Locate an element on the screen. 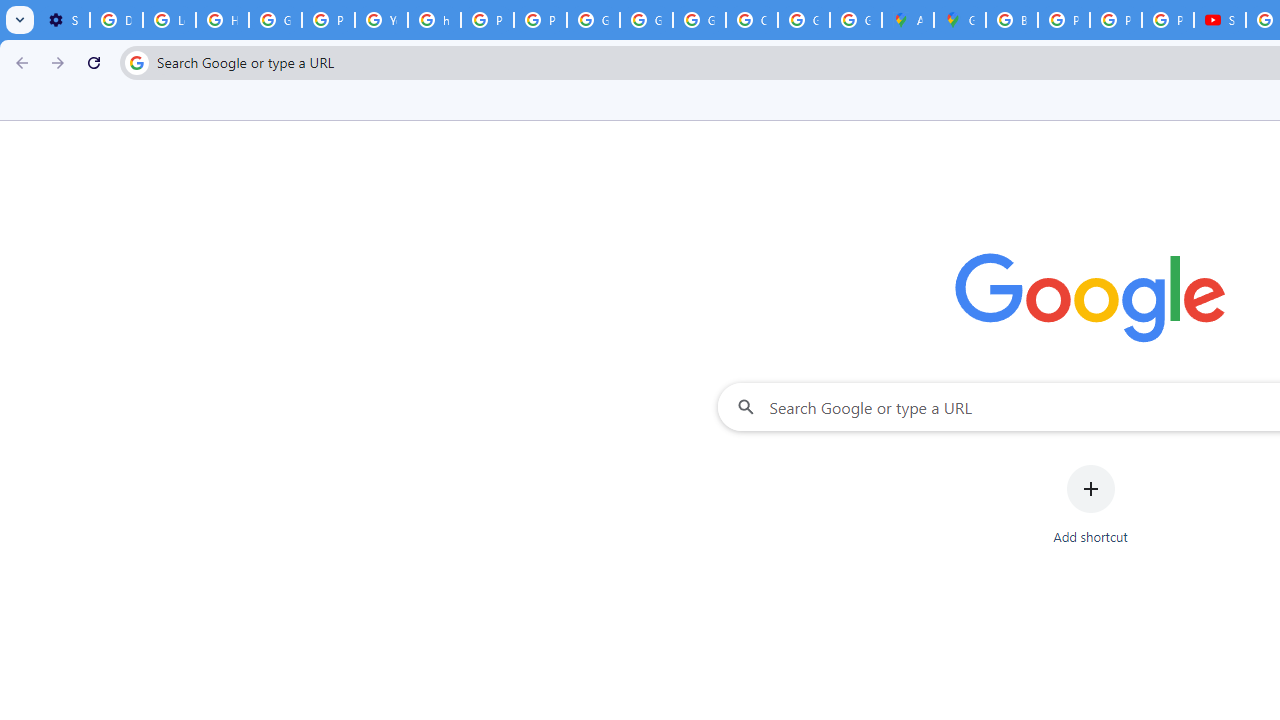  'Learn how to find your photos - Google Photos Help' is located at coordinates (169, 20).